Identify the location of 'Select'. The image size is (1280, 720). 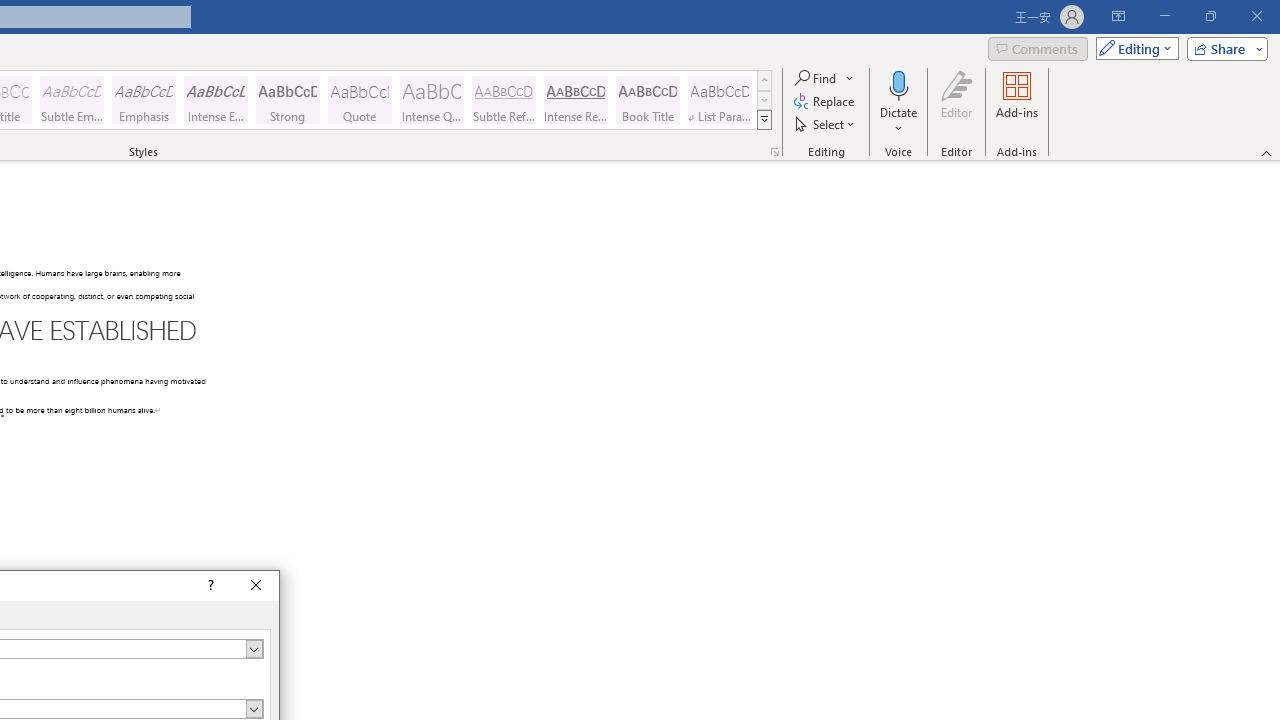
(826, 124).